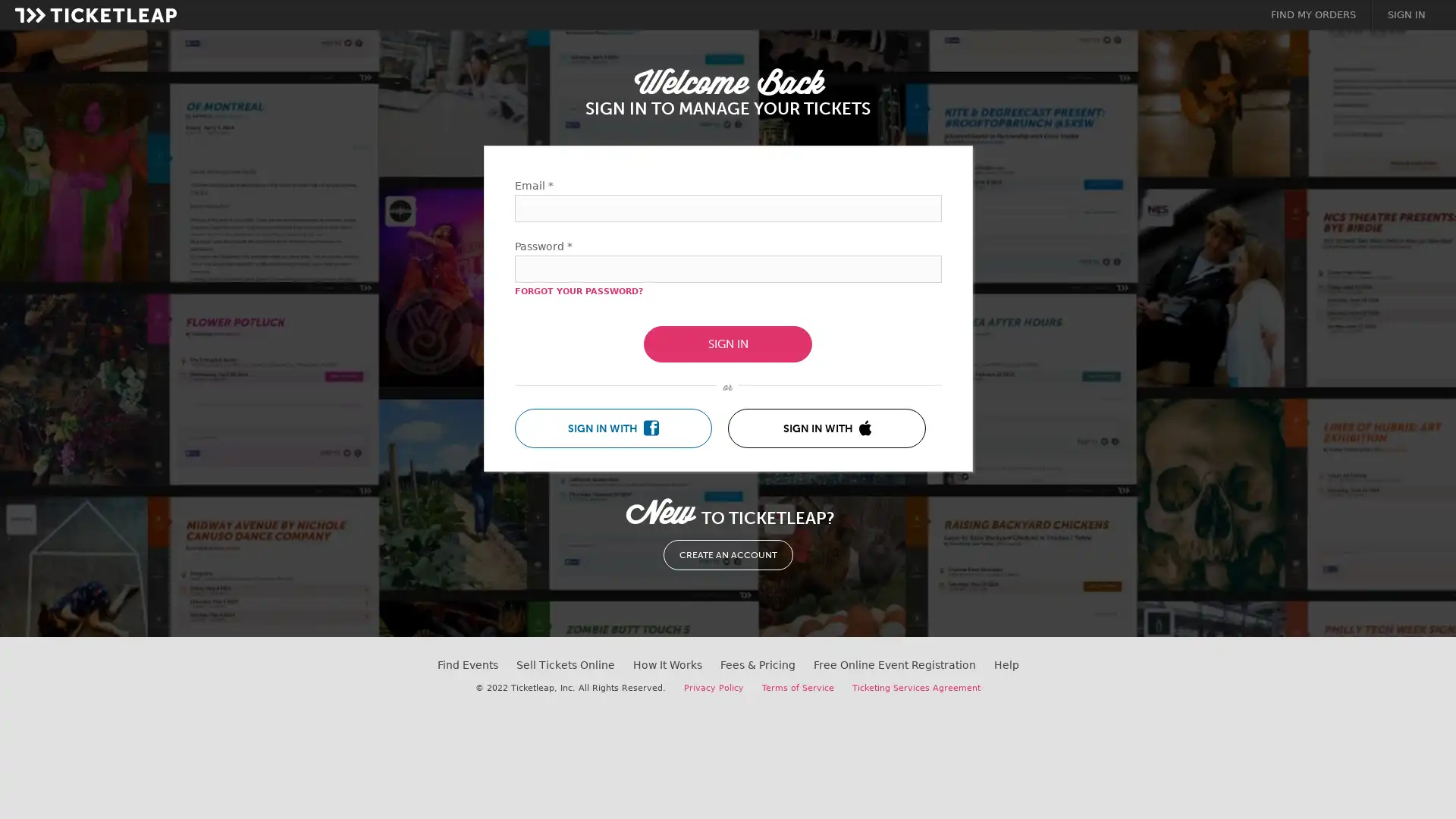 Image resolution: width=1456 pixels, height=819 pixels. What do you see at coordinates (613, 428) in the screenshot?
I see `SIGN IN WITH` at bounding box center [613, 428].